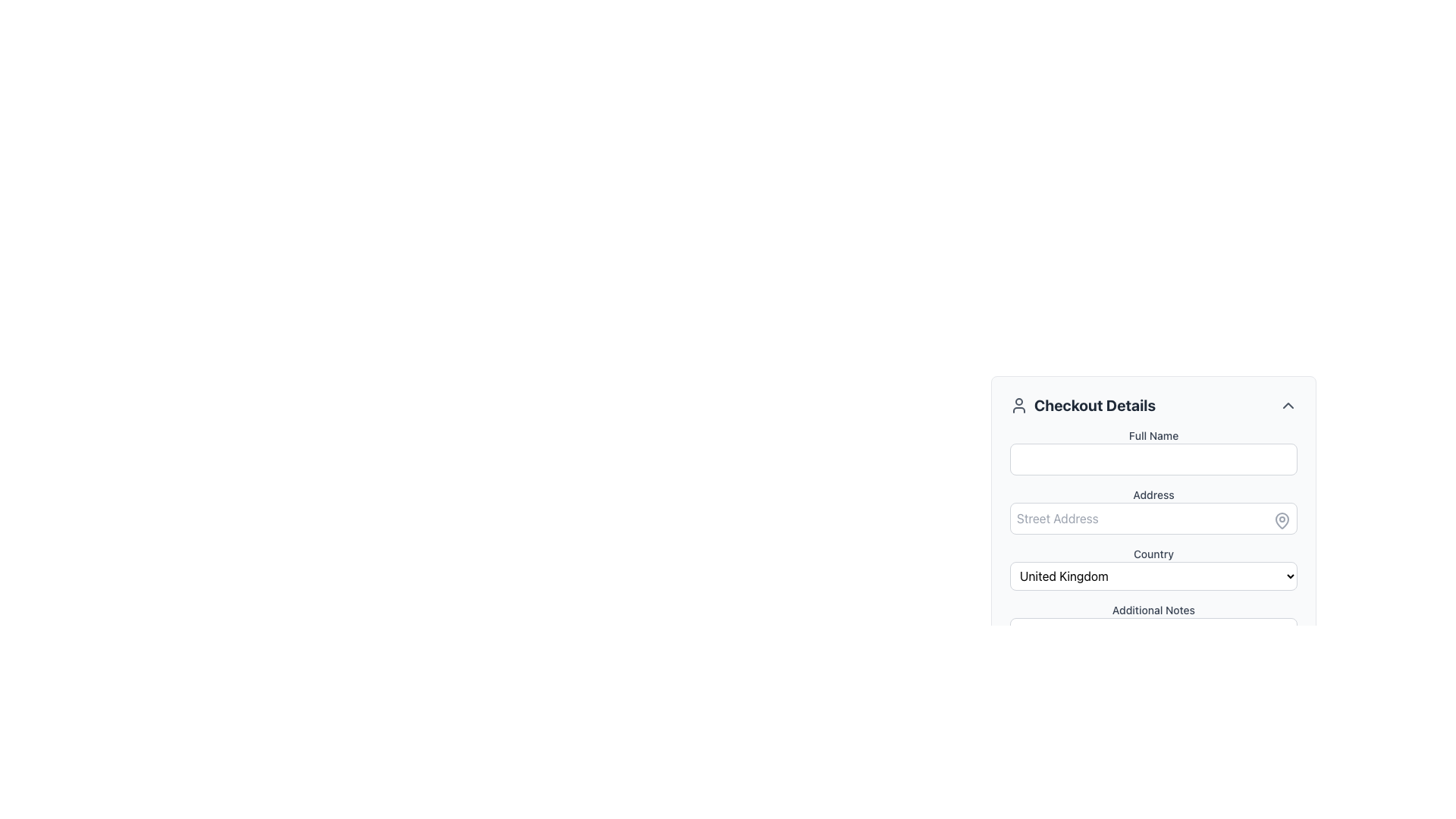 The width and height of the screenshot is (1456, 819). I want to click on the Map Pin icon that visually represents the location functionality in the address input field, located adjacent to the 'Street Address' text input, so click(1281, 519).